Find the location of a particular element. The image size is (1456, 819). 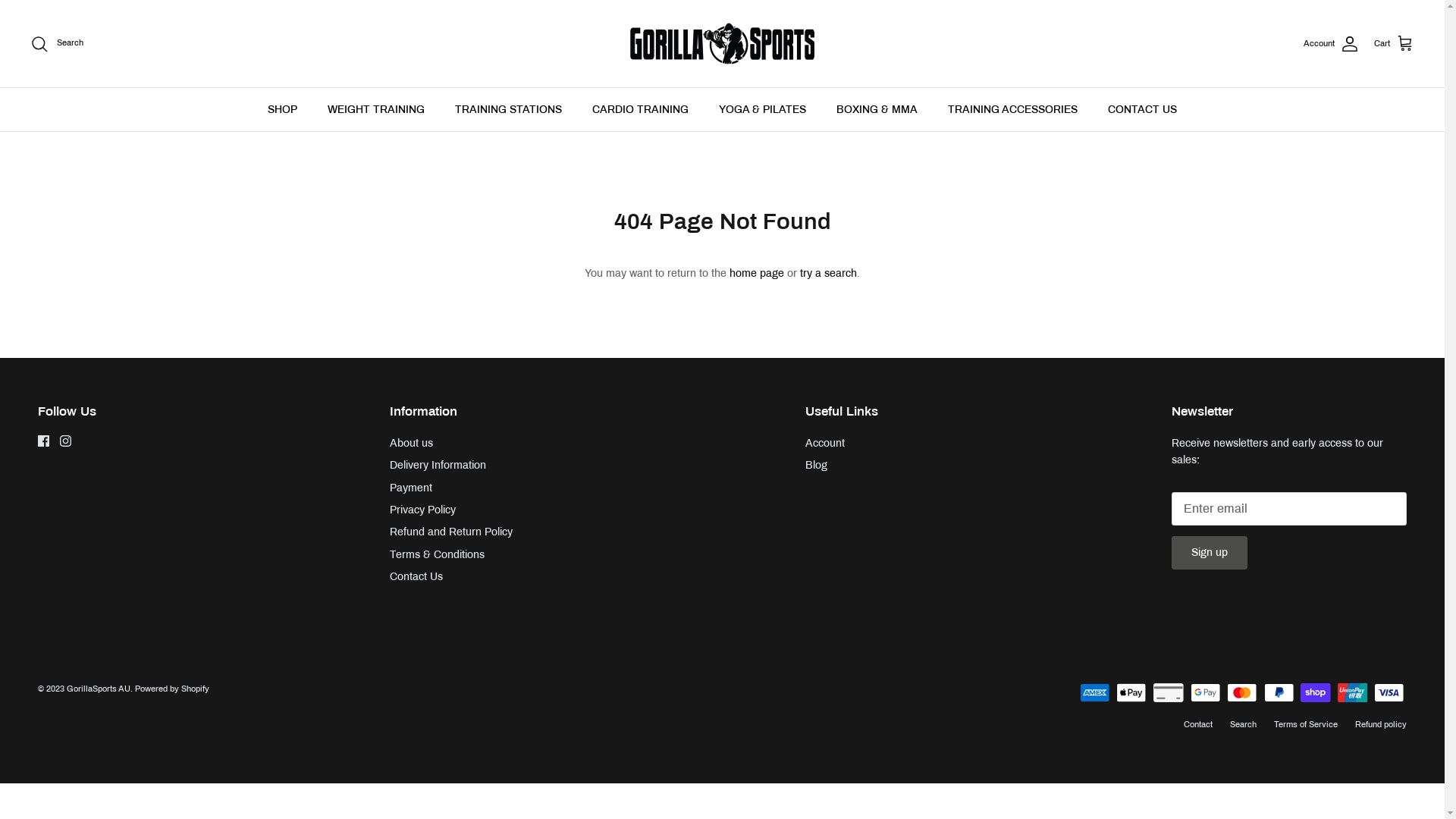

'SHOP' is located at coordinates (282, 108).